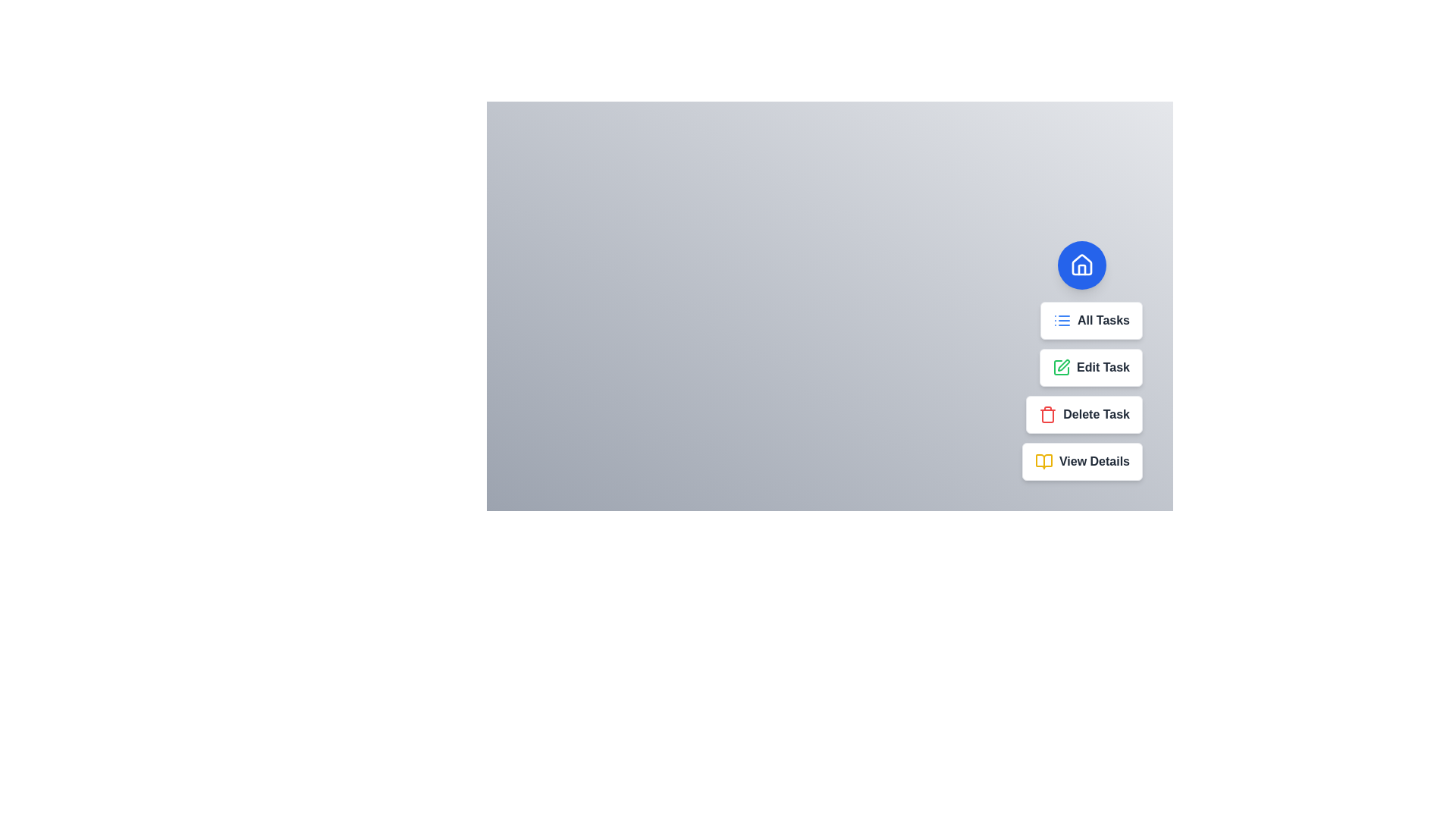 This screenshot has width=1456, height=819. I want to click on the task option Edit Task from the speed dial menu, so click(1090, 368).